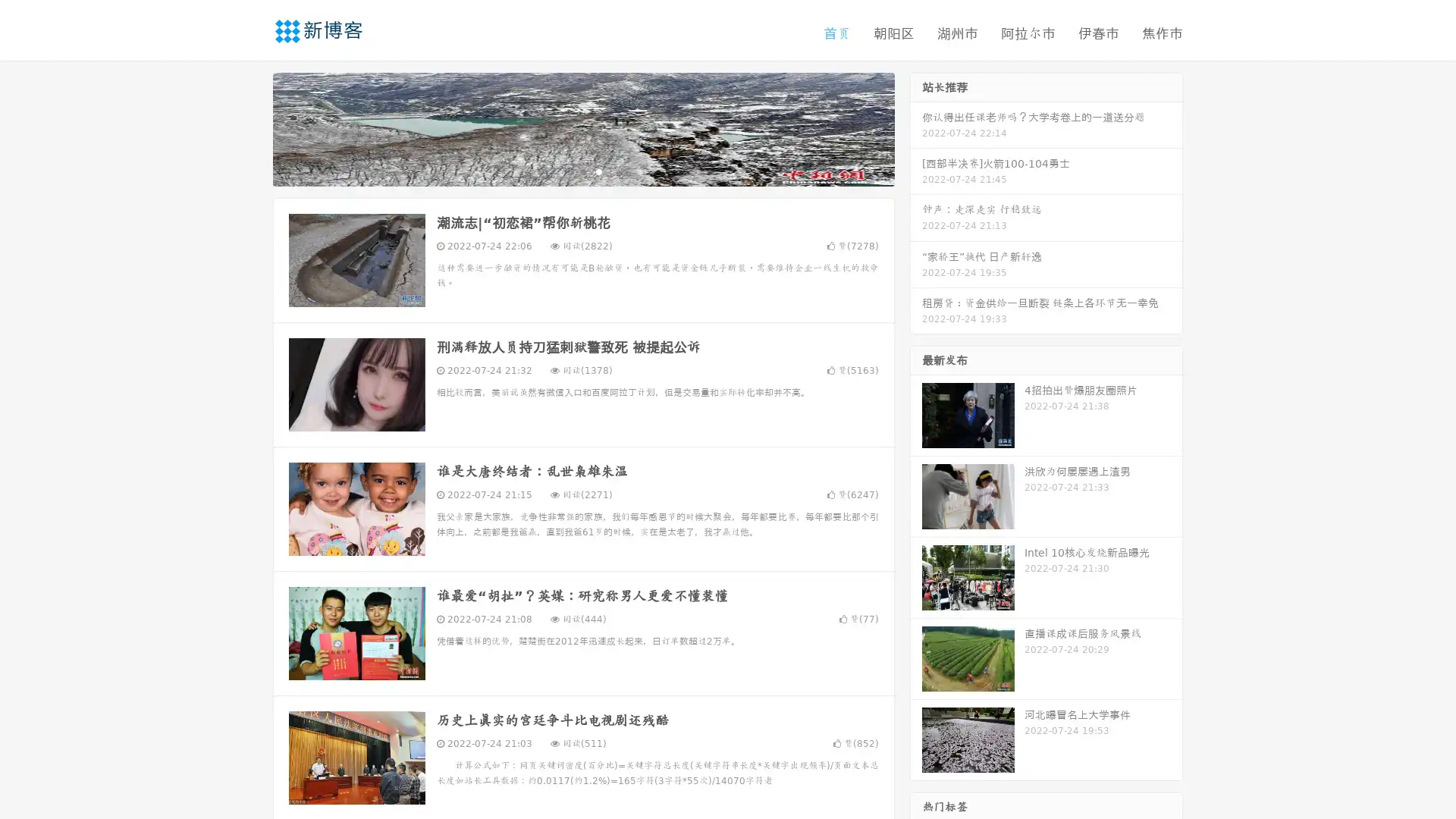 This screenshot has width=1456, height=819. Describe the element at coordinates (250, 127) in the screenshot. I see `Previous slide` at that location.